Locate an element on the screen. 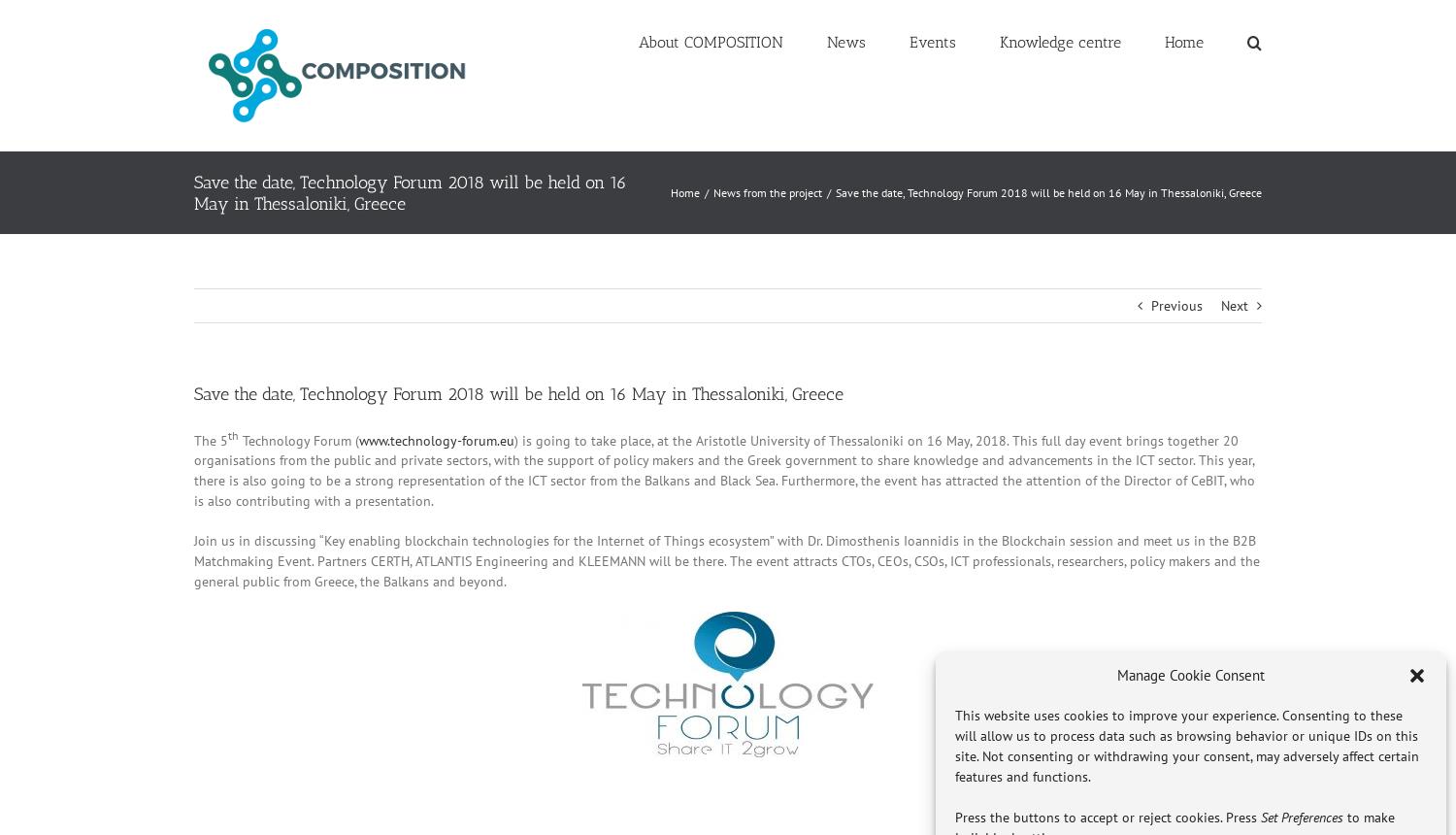  'Presentations' is located at coordinates (1053, 238).